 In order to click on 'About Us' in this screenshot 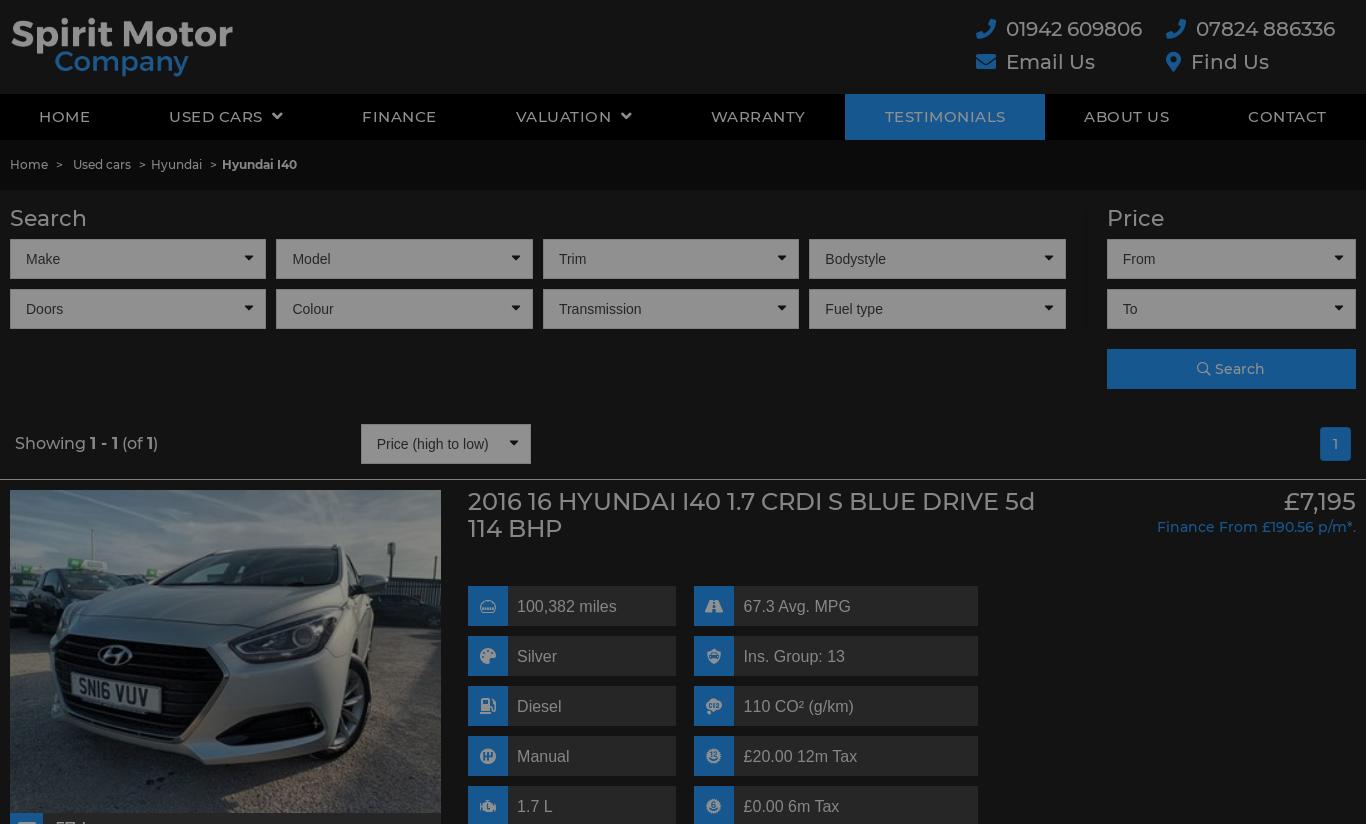, I will do `click(1125, 116)`.